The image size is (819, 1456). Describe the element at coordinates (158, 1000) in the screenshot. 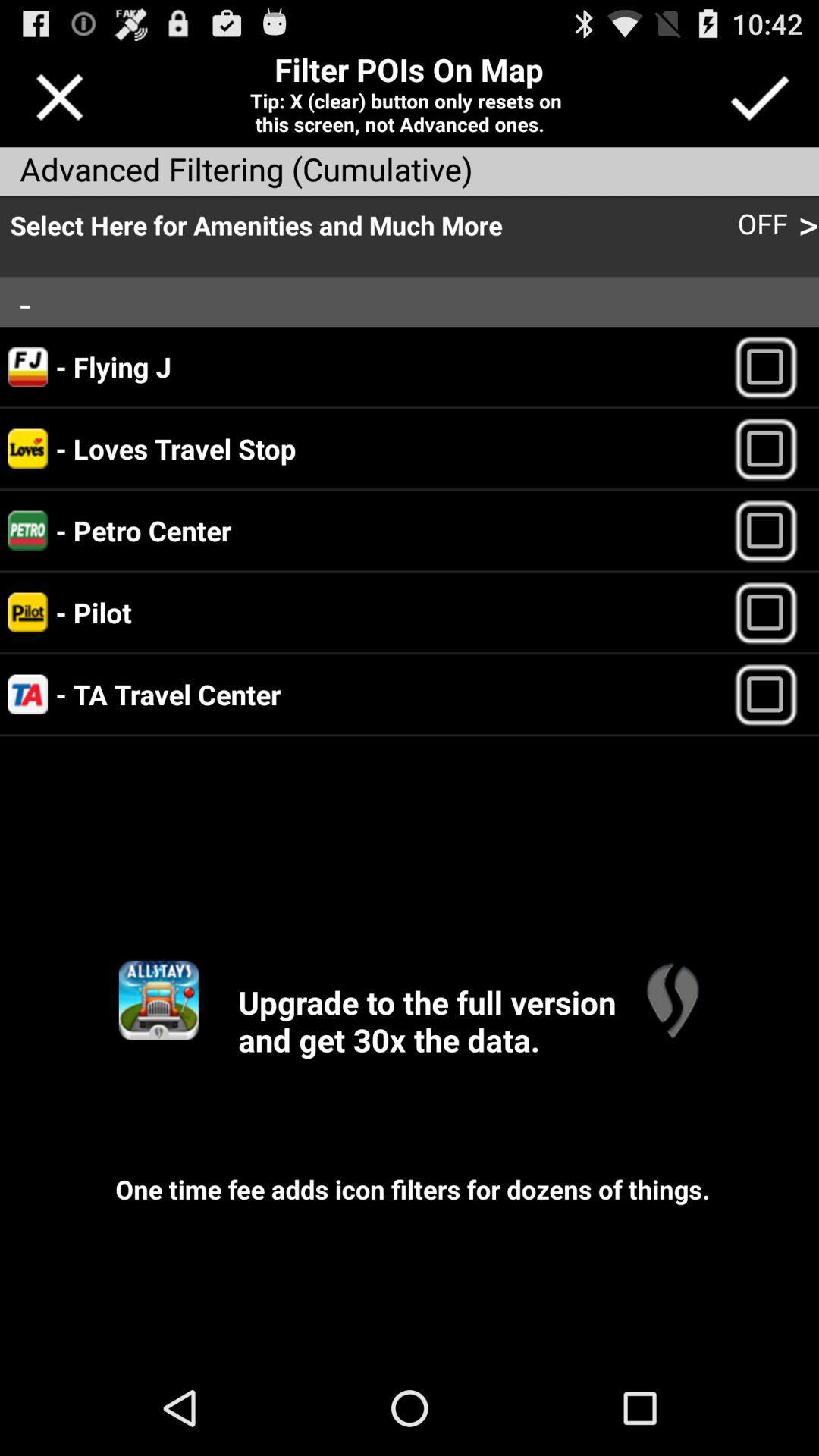

I see `to upgrade` at that location.